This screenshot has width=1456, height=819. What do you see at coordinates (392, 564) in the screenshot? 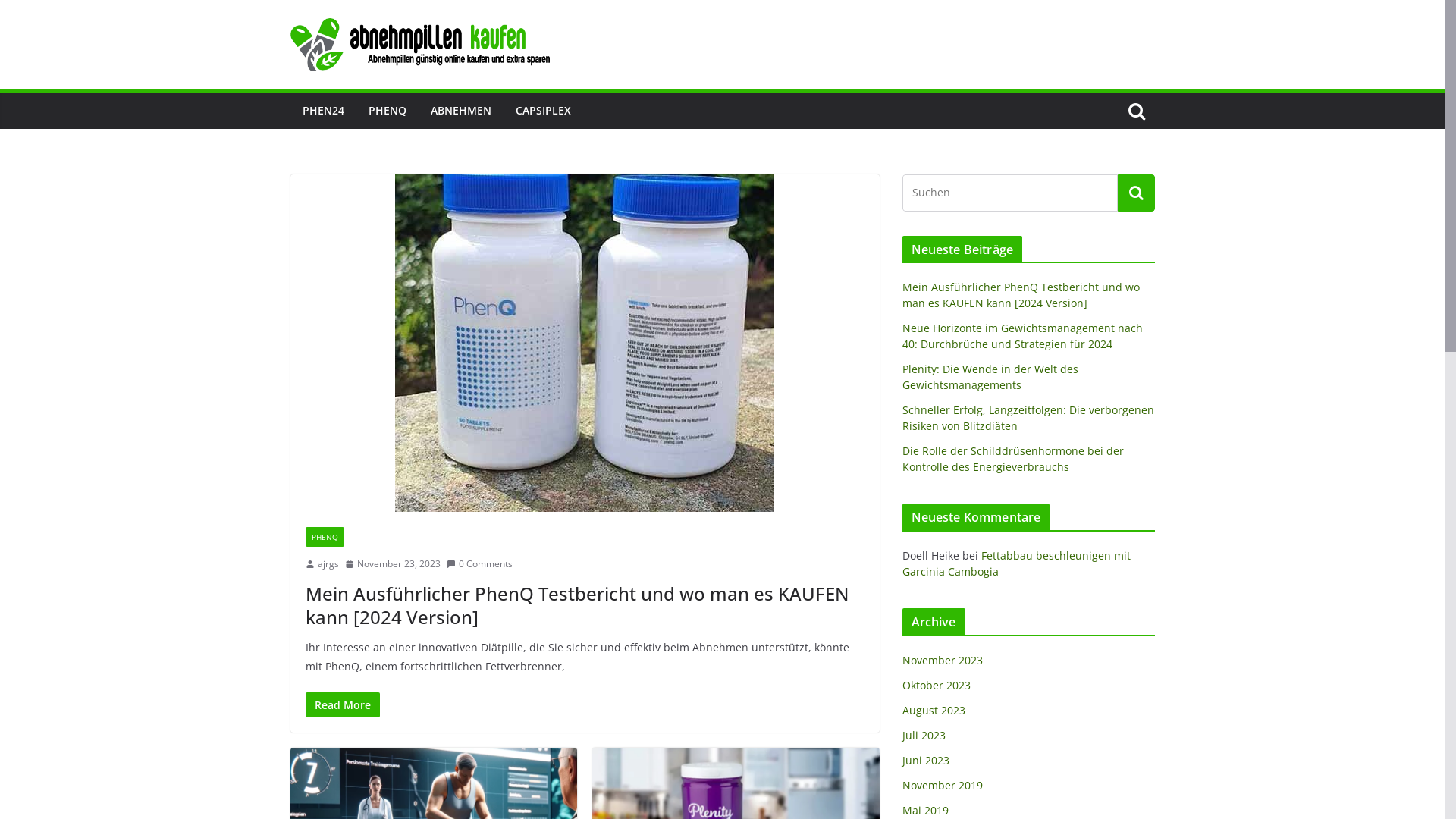
I see `'November 23, 2023'` at bounding box center [392, 564].